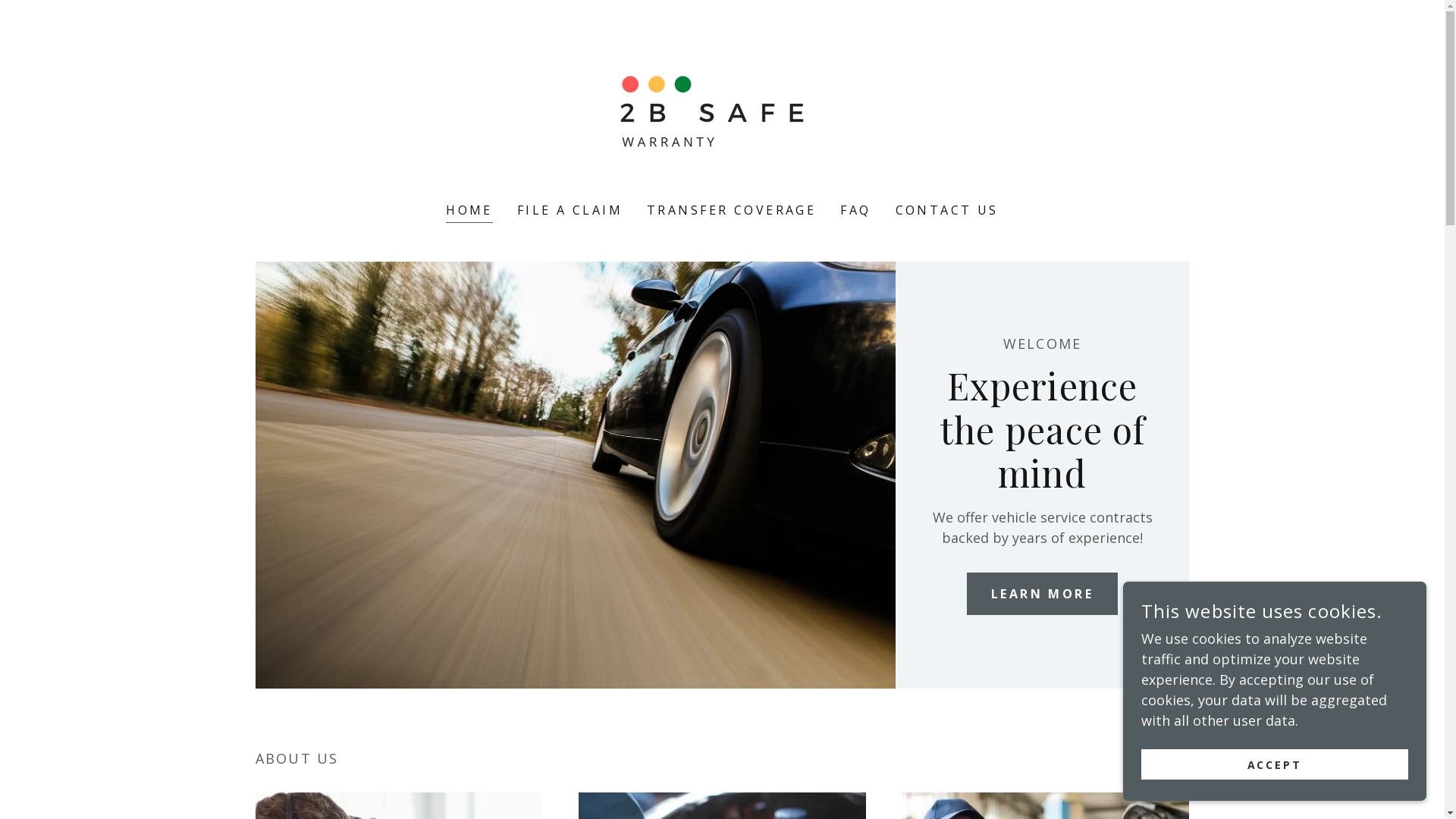 The width and height of the screenshot is (1456, 819). I want to click on '2B Safe Warranty', so click(721, 110).